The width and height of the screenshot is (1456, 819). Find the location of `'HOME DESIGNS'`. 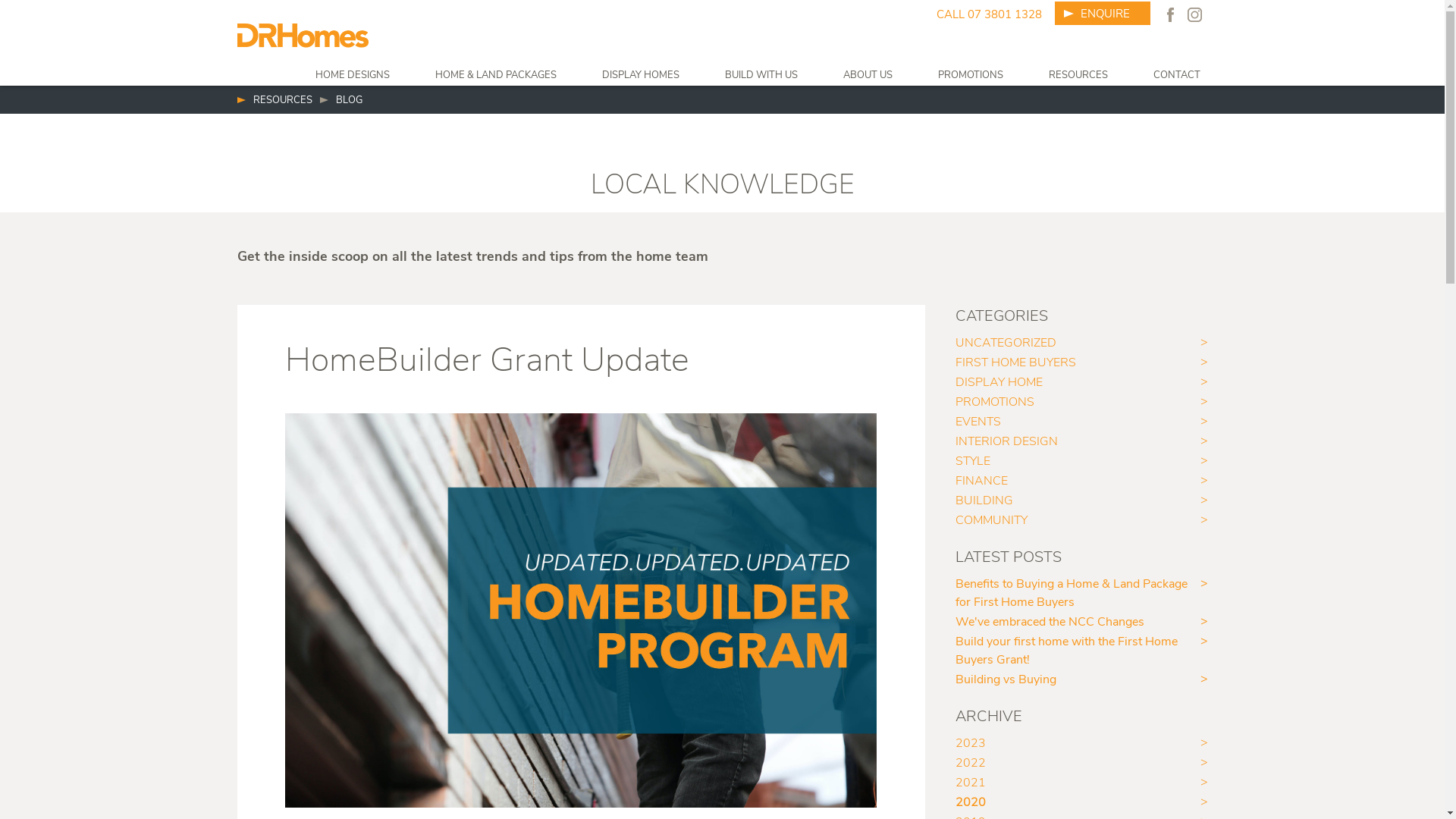

'HOME DESIGNS' is located at coordinates (352, 76).